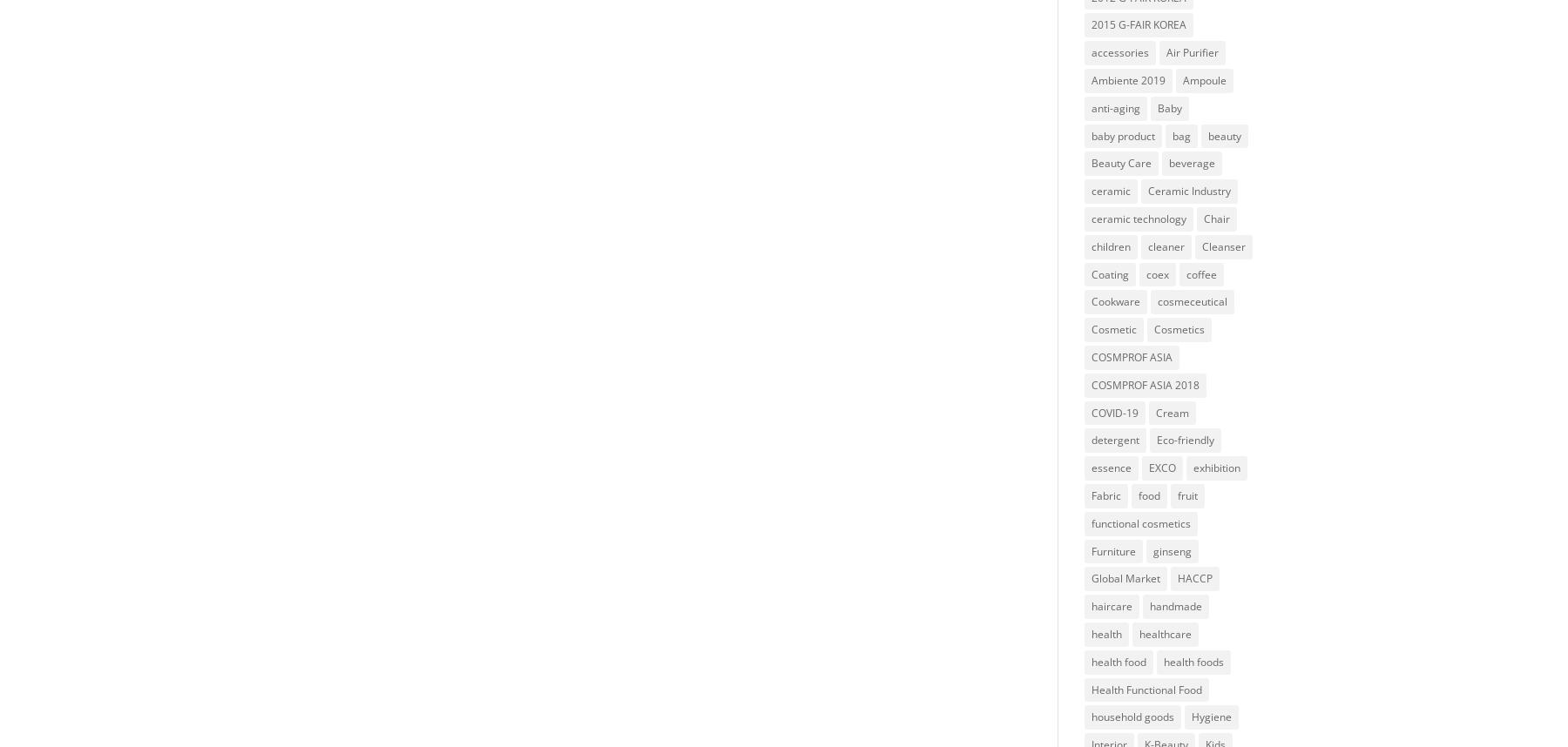  What do you see at coordinates (1091, 218) in the screenshot?
I see `'ceramic technology'` at bounding box center [1091, 218].